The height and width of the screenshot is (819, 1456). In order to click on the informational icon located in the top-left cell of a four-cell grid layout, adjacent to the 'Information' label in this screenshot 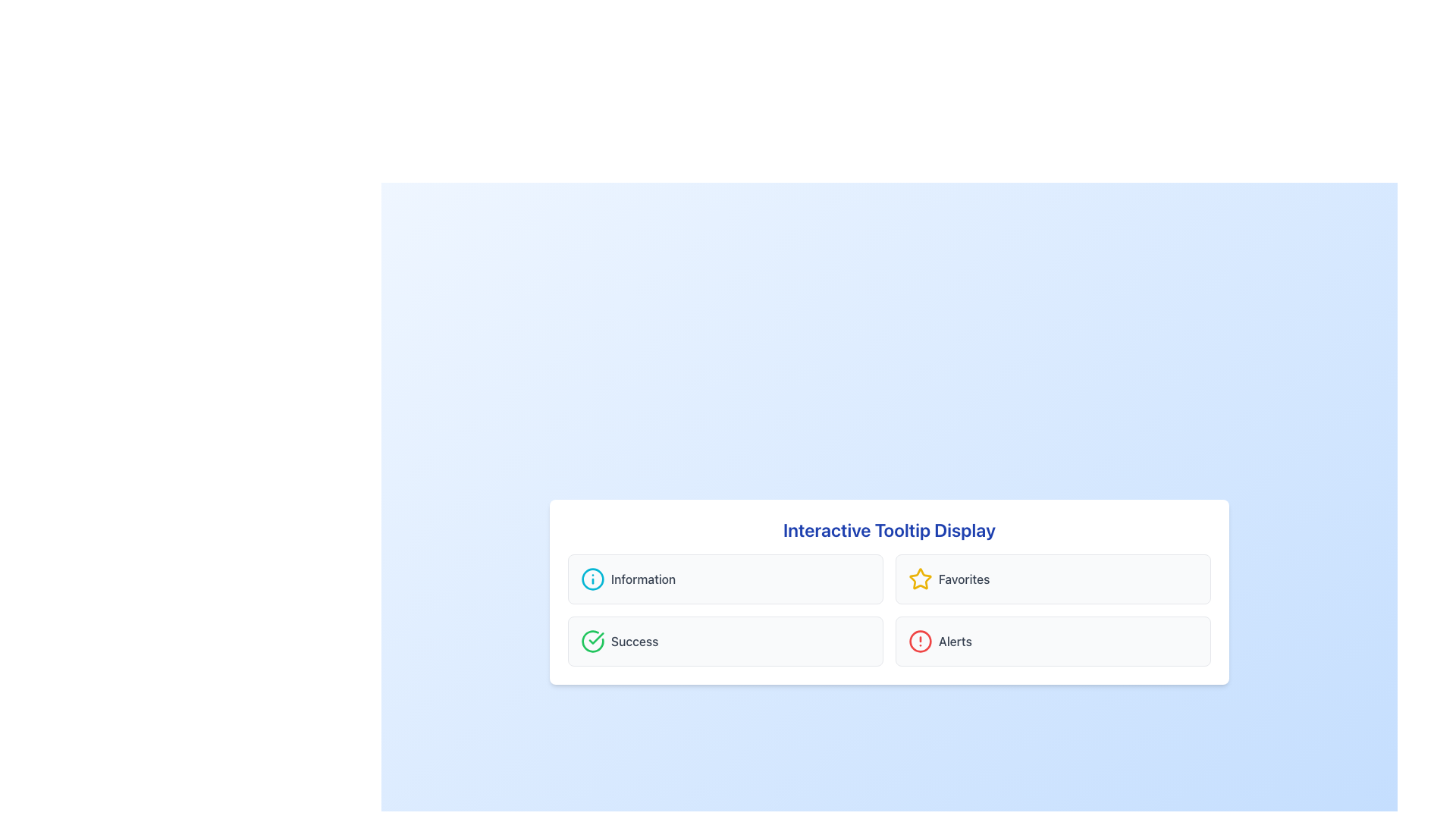, I will do `click(592, 579)`.